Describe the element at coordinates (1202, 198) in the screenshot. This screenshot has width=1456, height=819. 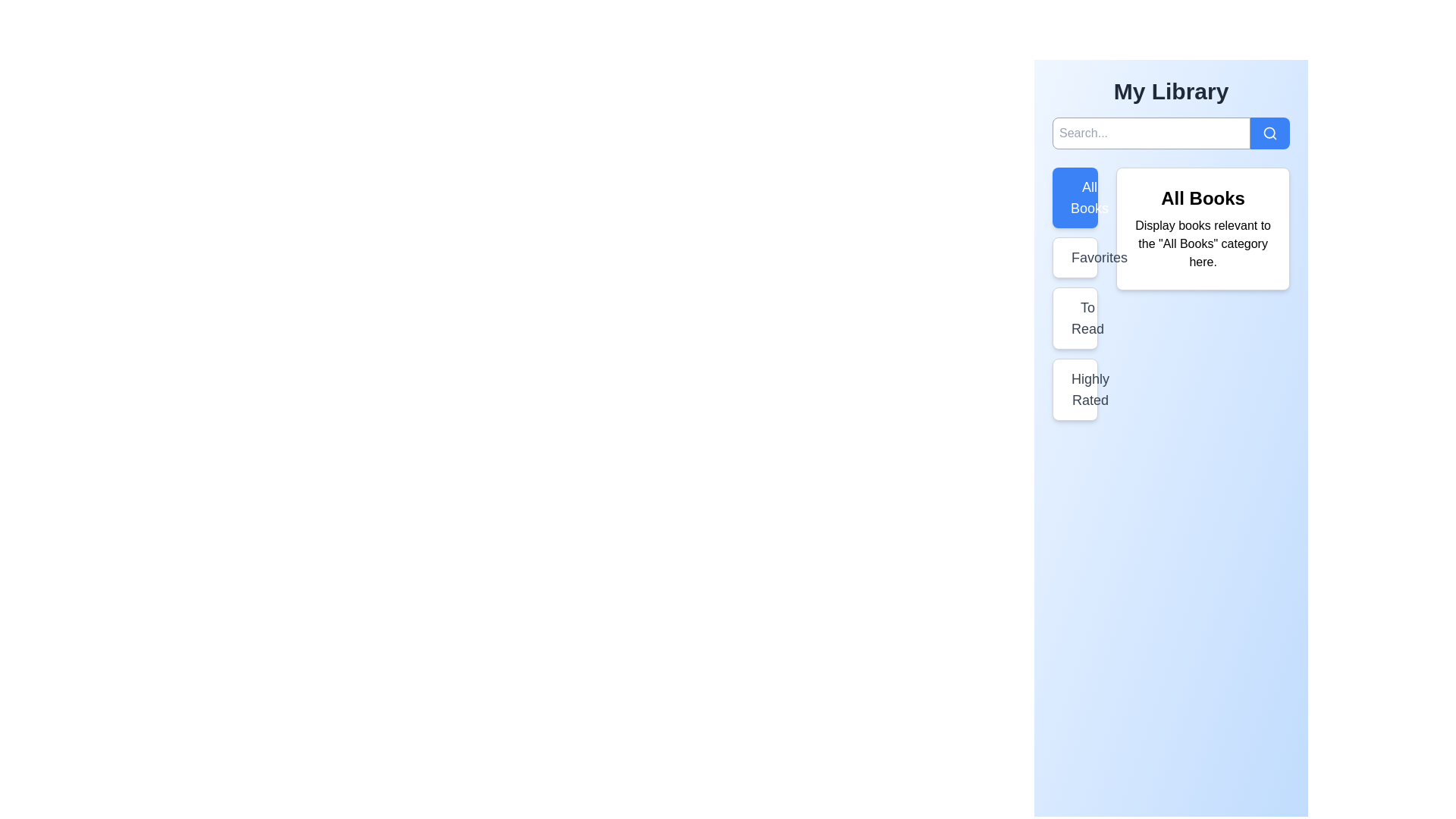
I see `the bold text label 'All Books' at the top right of the interface, which is styled prominently as a heading` at that location.